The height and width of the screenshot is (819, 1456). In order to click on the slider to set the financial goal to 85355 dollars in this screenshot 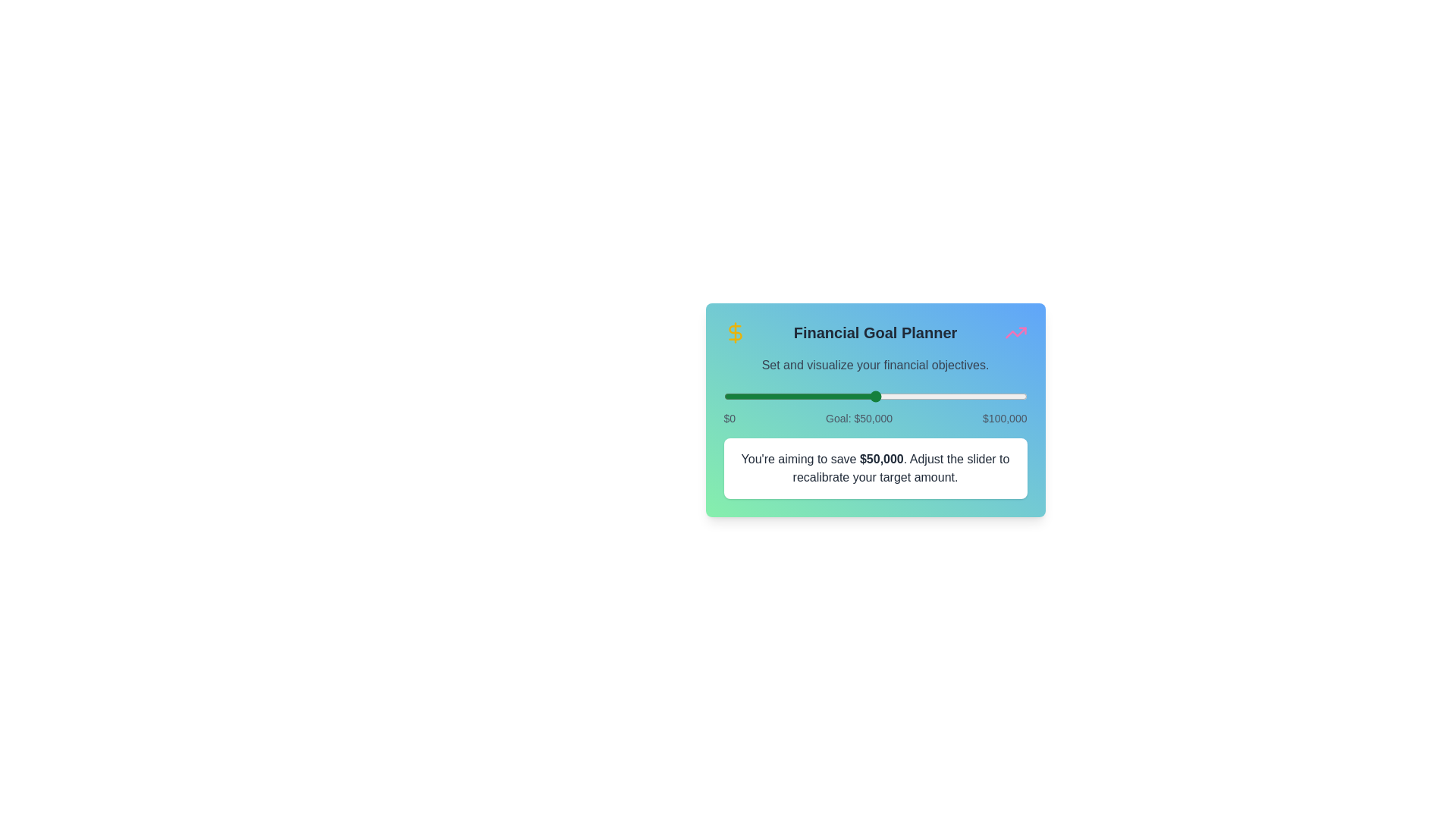, I will do `click(983, 396)`.